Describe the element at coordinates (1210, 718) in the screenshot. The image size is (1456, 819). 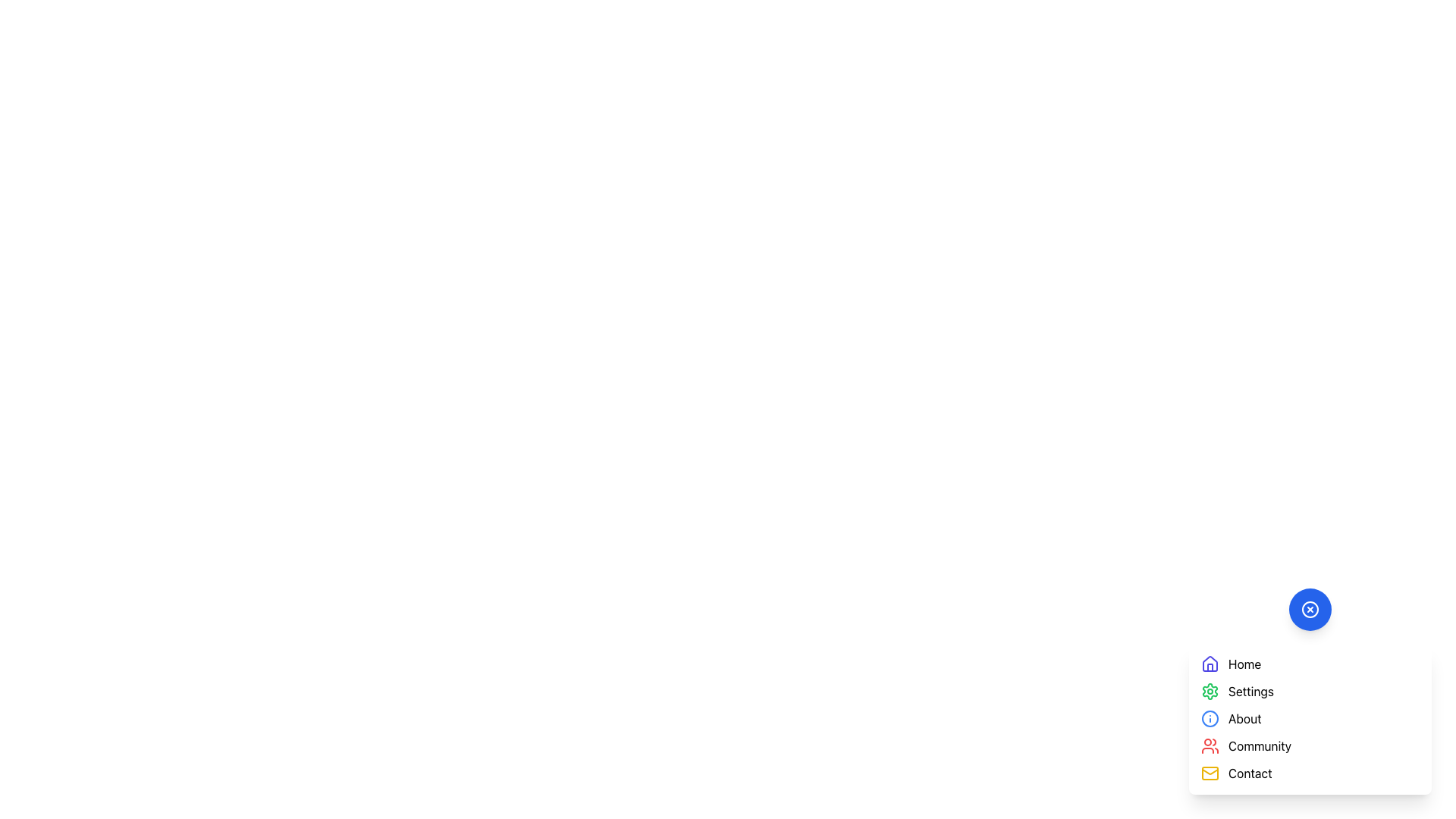
I see `the circular icon with a blue border located to the left of the 'About' text in the vertical menu` at that location.